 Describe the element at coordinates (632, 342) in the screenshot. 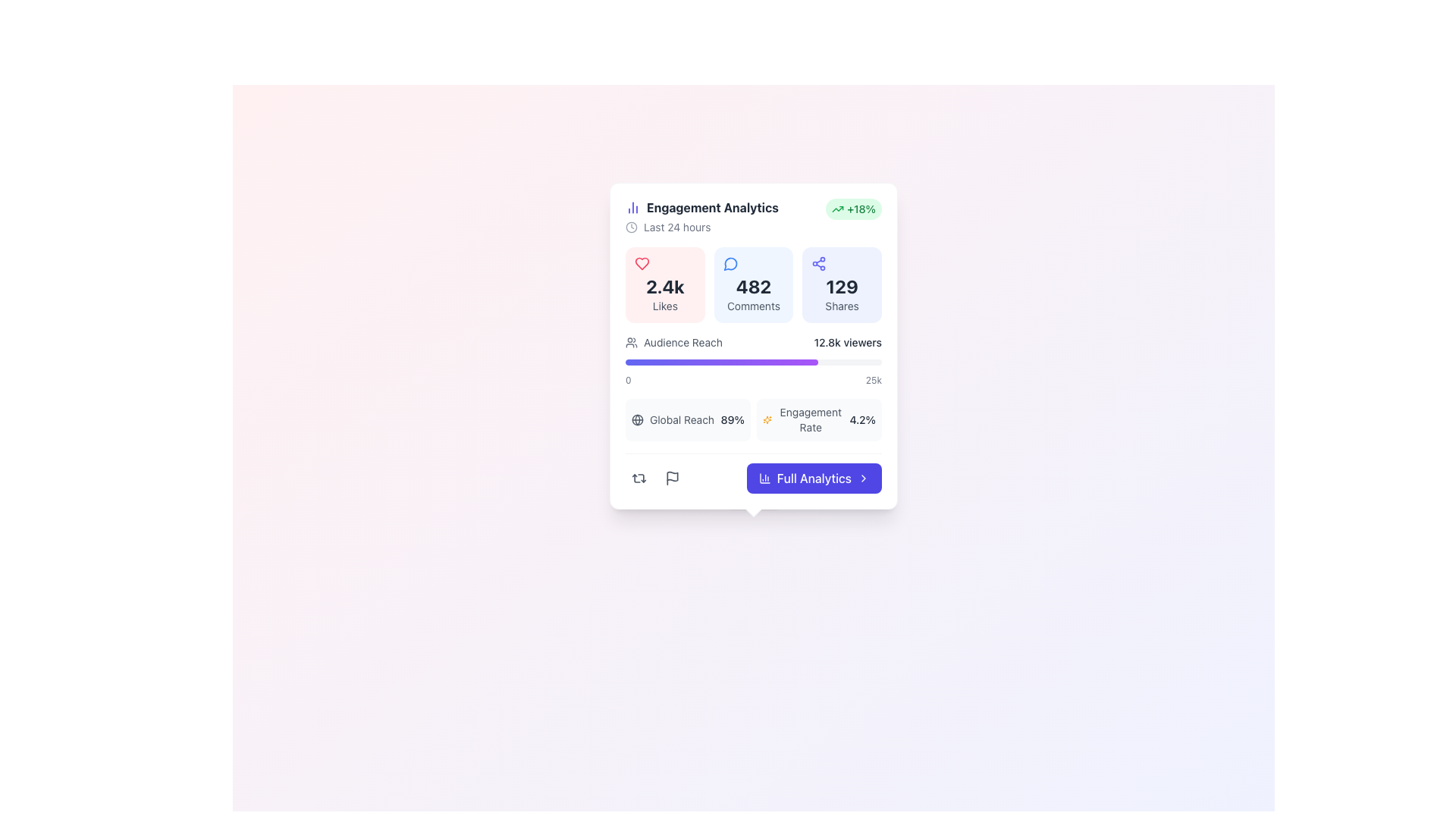

I see `the icon representing 'Audience Reach', located at the leftmost part of the section, adjacent to the text 'Audience Reach', a progress bar, and viewer indicators` at that location.